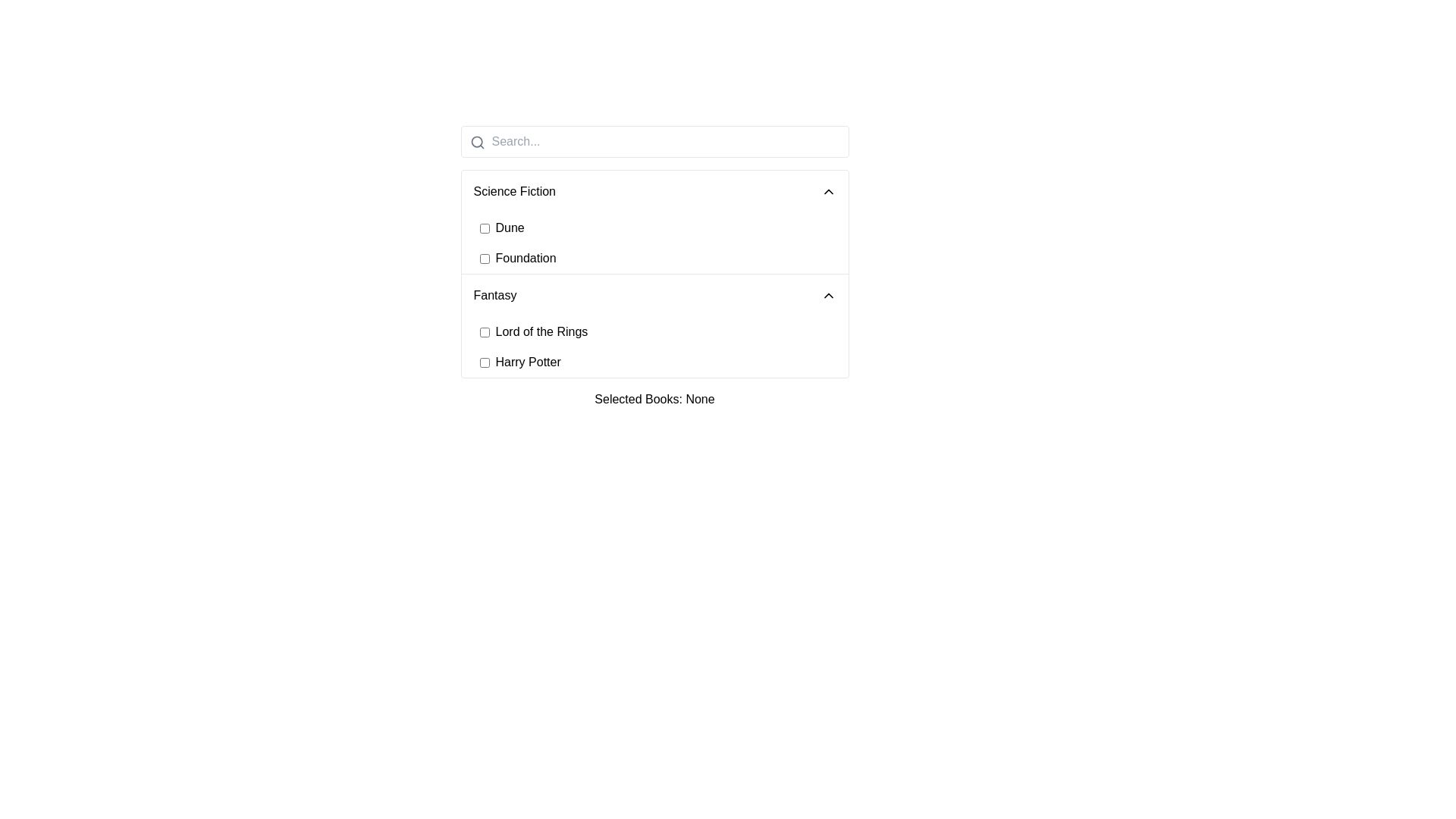  What do you see at coordinates (654, 295) in the screenshot?
I see `the toggle button labeled 'Fantasy'` at bounding box center [654, 295].